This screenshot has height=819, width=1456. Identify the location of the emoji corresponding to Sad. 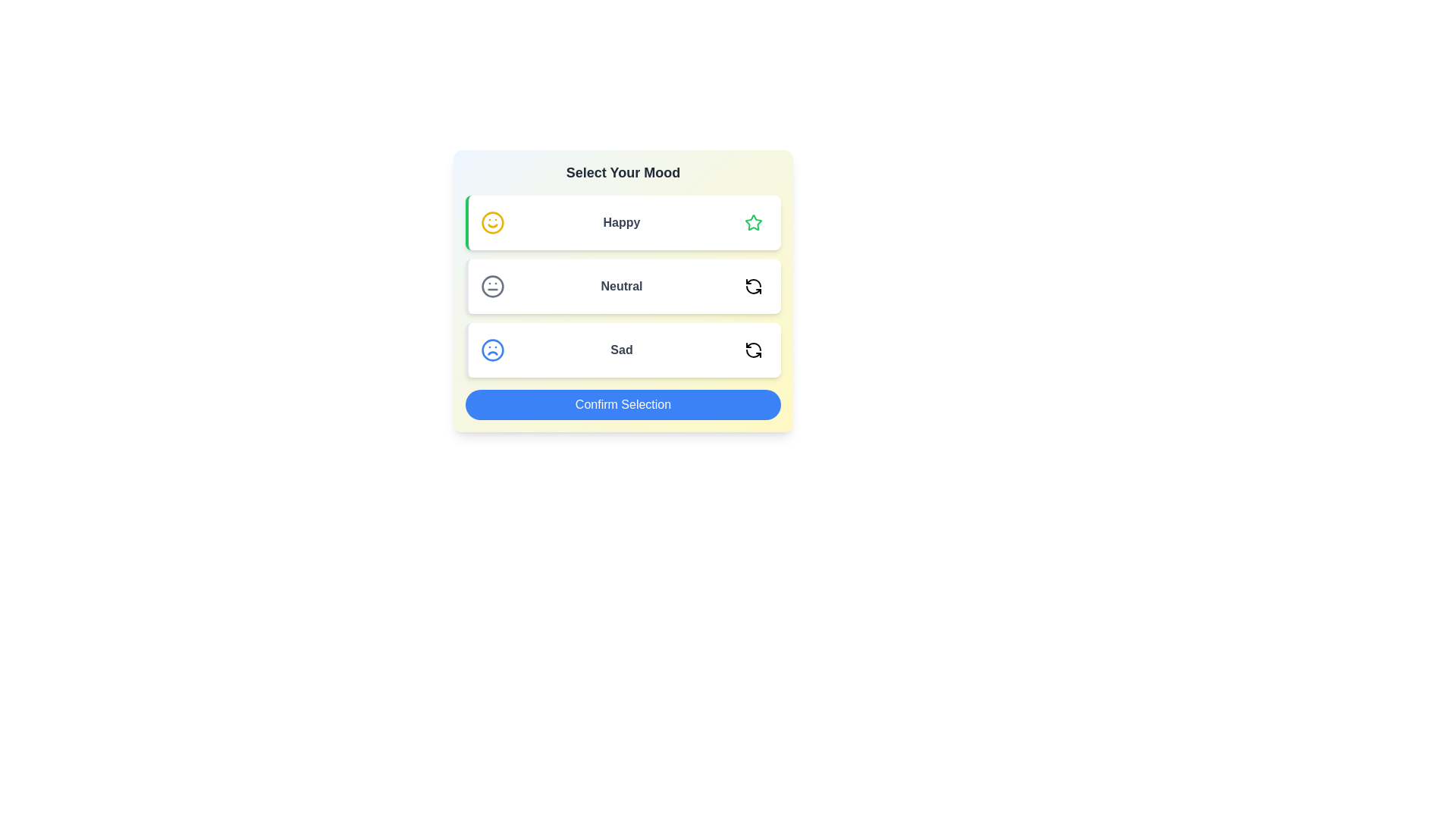
(753, 350).